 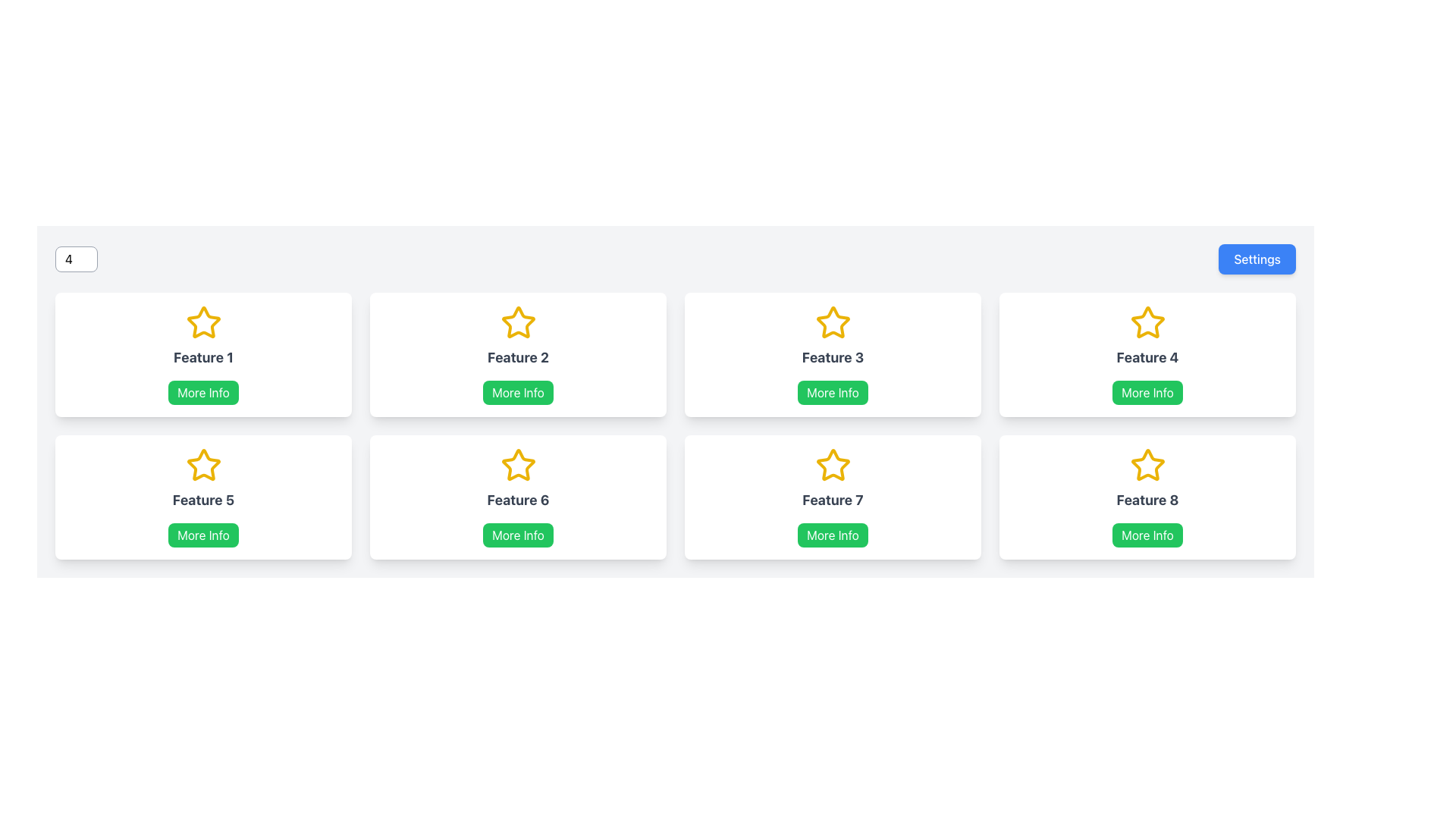 What do you see at coordinates (202, 391) in the screenshot?
I see `the button labeled 'Feature 1'` at bounding box center [202, 391].